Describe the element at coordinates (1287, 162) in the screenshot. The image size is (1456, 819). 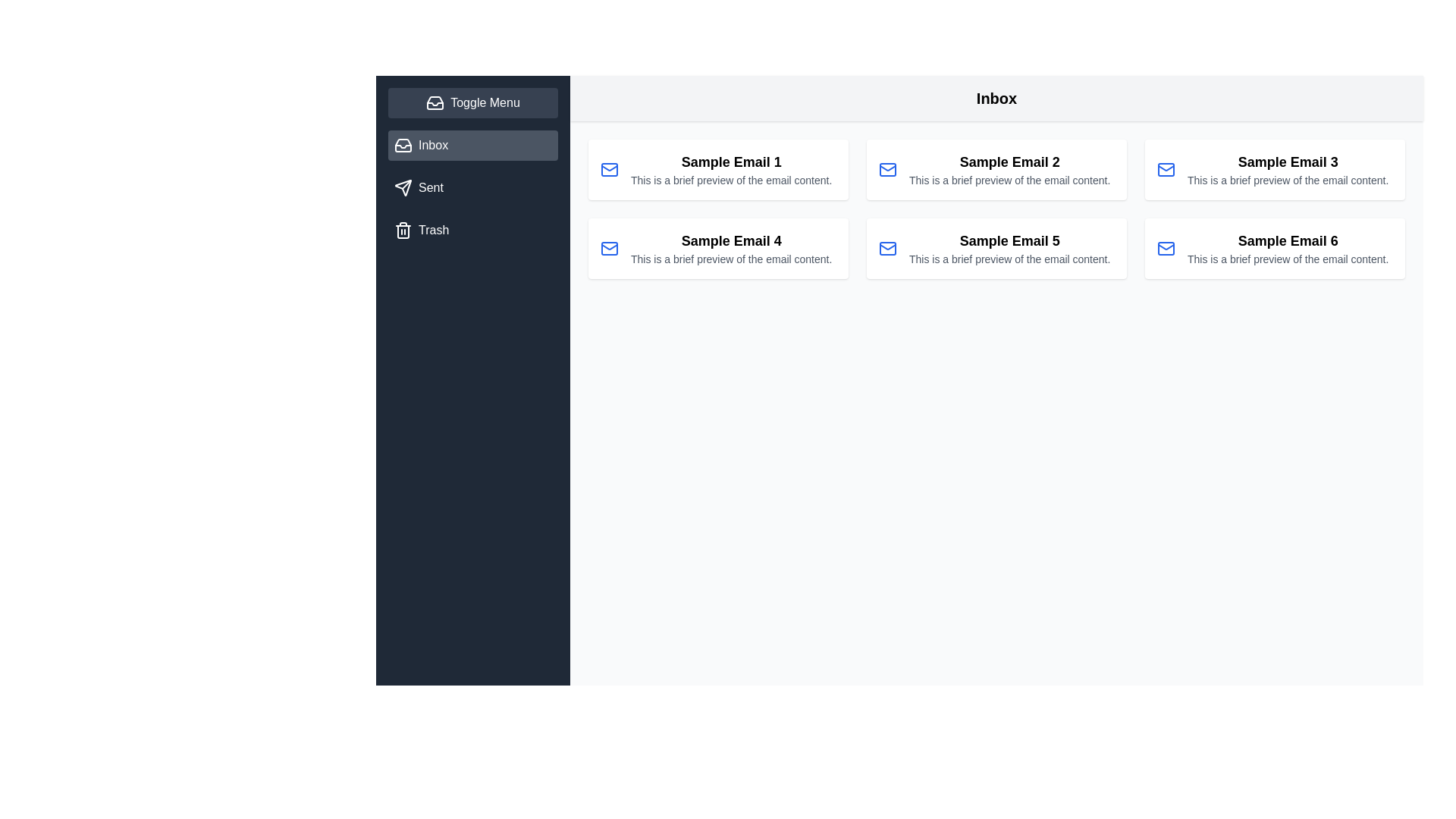
I see `the text label displaying 'Sample Email 3' which is styled as a heading and located in the top-right panel of the Inbox section` at that location.